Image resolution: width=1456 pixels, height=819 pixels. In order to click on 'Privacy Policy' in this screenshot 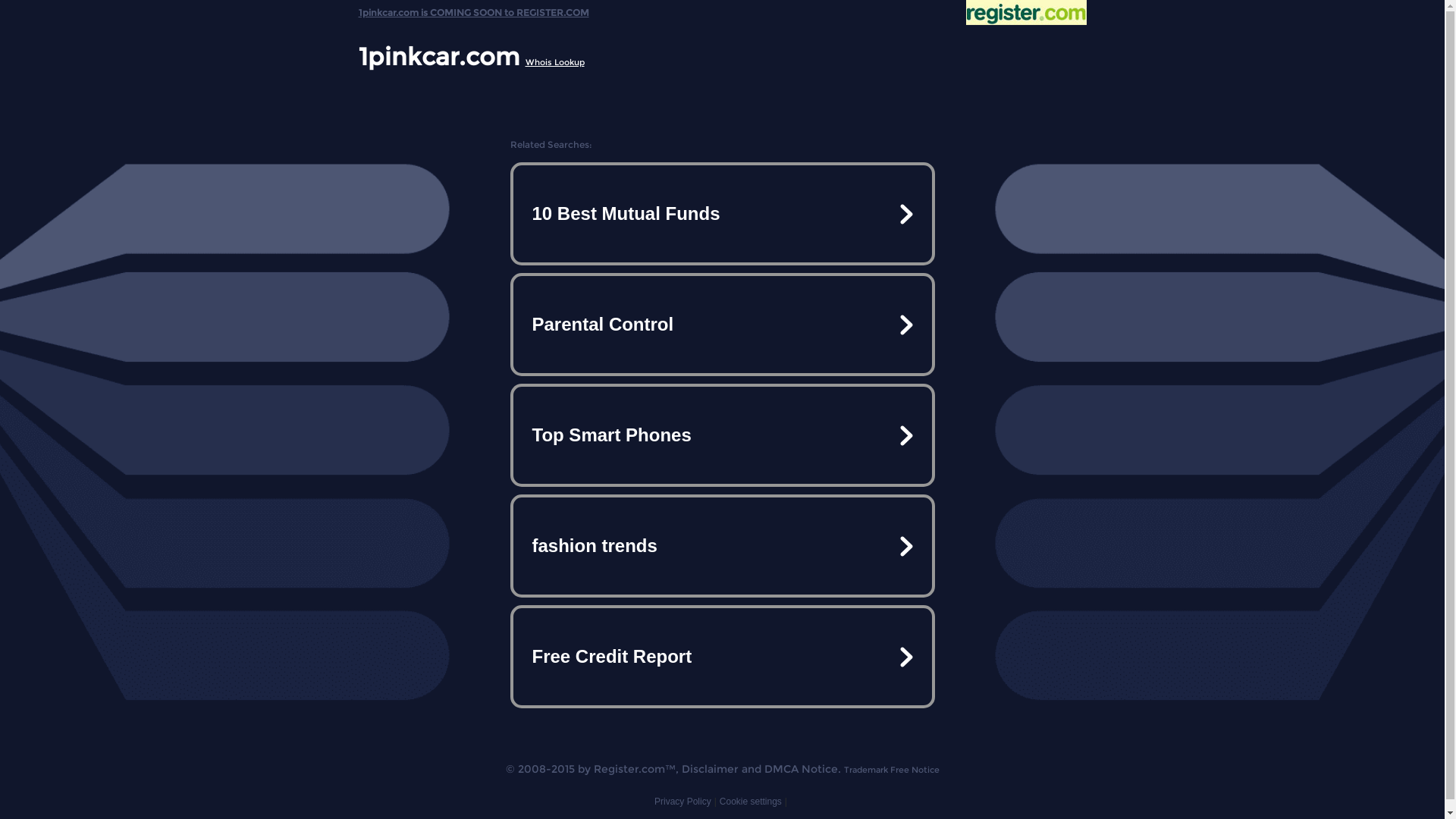, I will do `click(654, 800)`.